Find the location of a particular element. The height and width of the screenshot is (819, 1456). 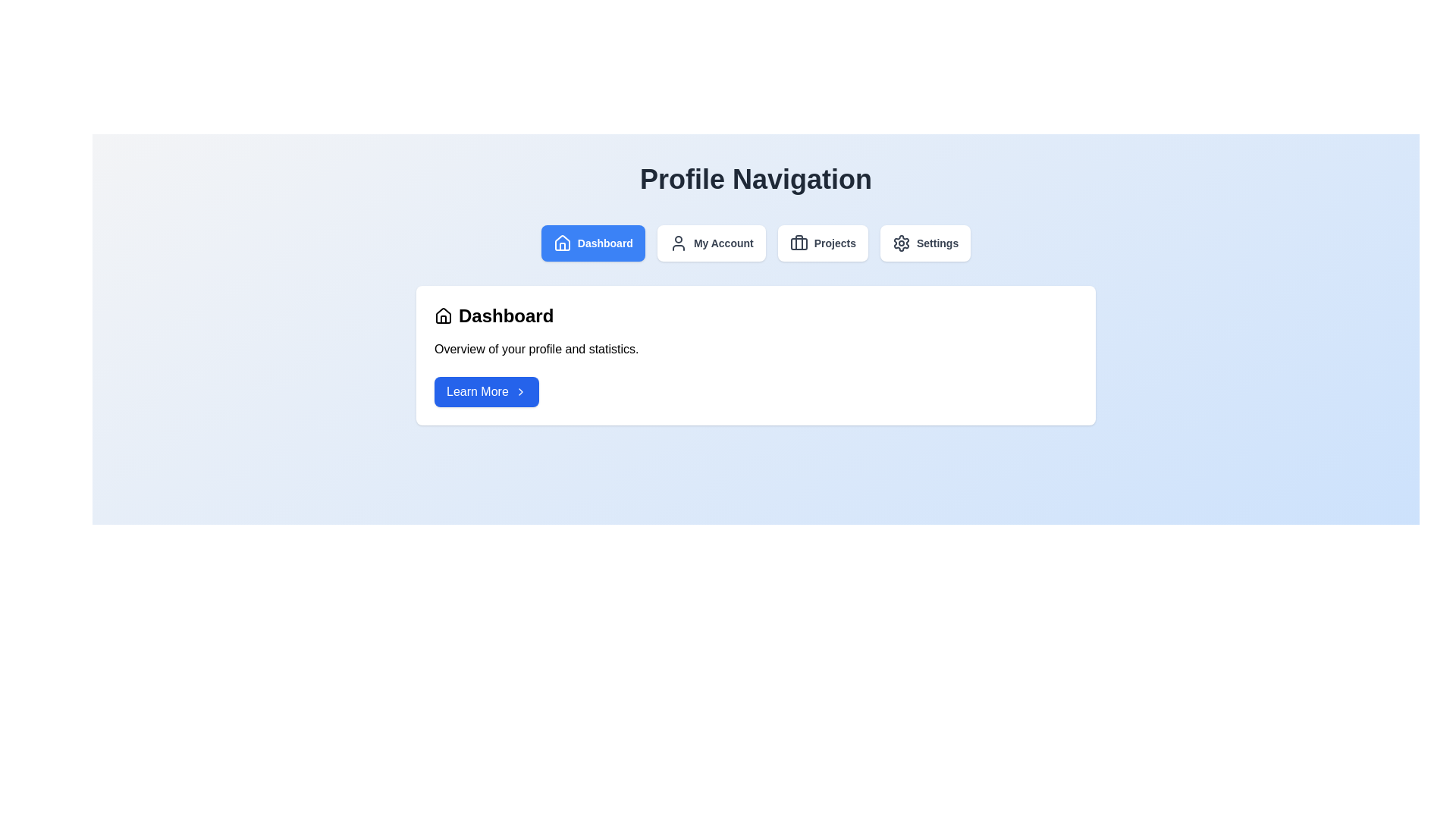

the 'My Account' icon located in the primary navigation bar, which is the second item from the left, visually representing user account-related content is located at coordinates (677, 242).